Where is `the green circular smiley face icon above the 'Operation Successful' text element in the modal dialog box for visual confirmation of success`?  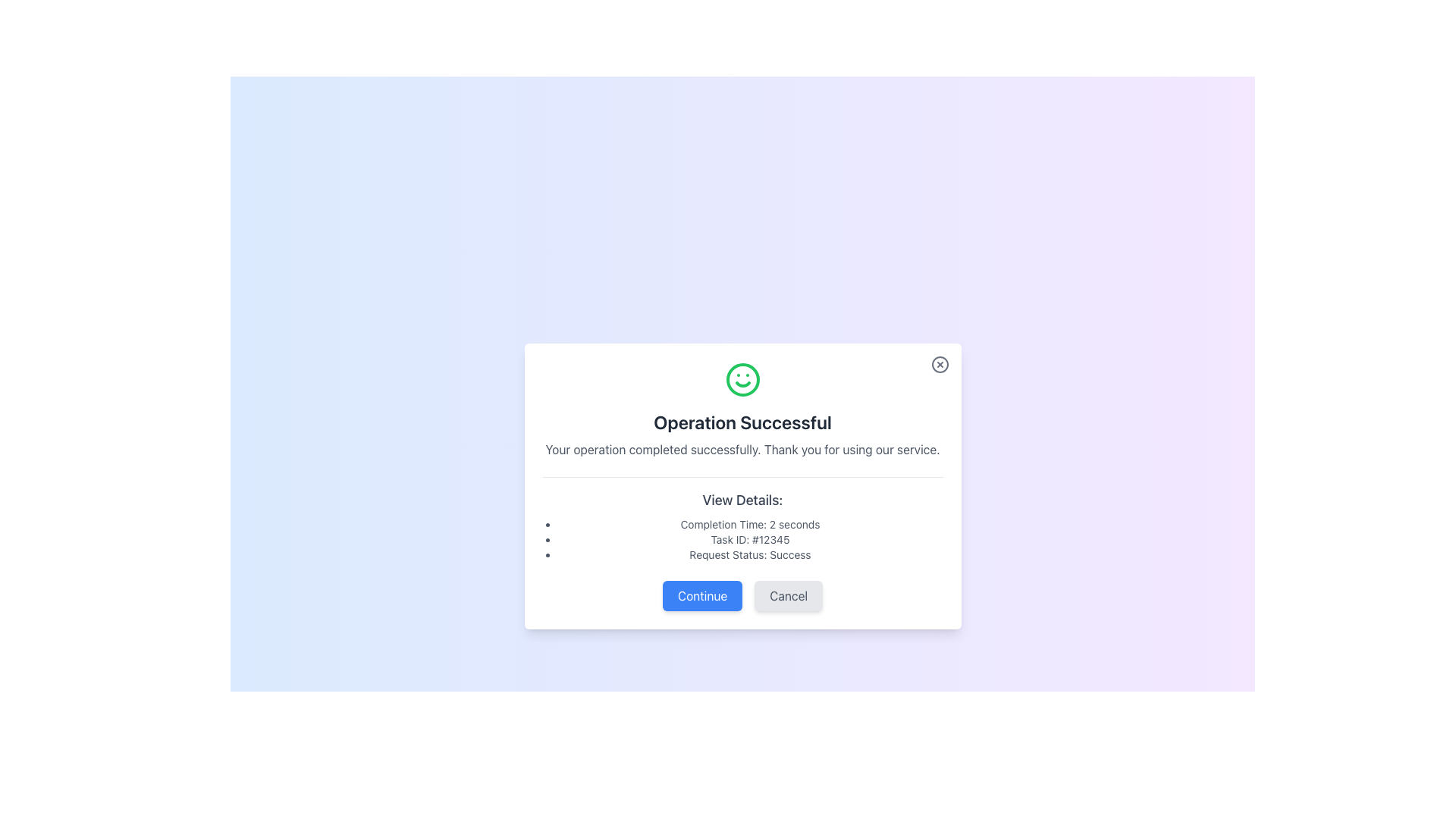
the green circular smiley face icon above the 'Operation Successful' text element in the modal dialog box for visual confirmation of success is located at coordinates (742, 409).